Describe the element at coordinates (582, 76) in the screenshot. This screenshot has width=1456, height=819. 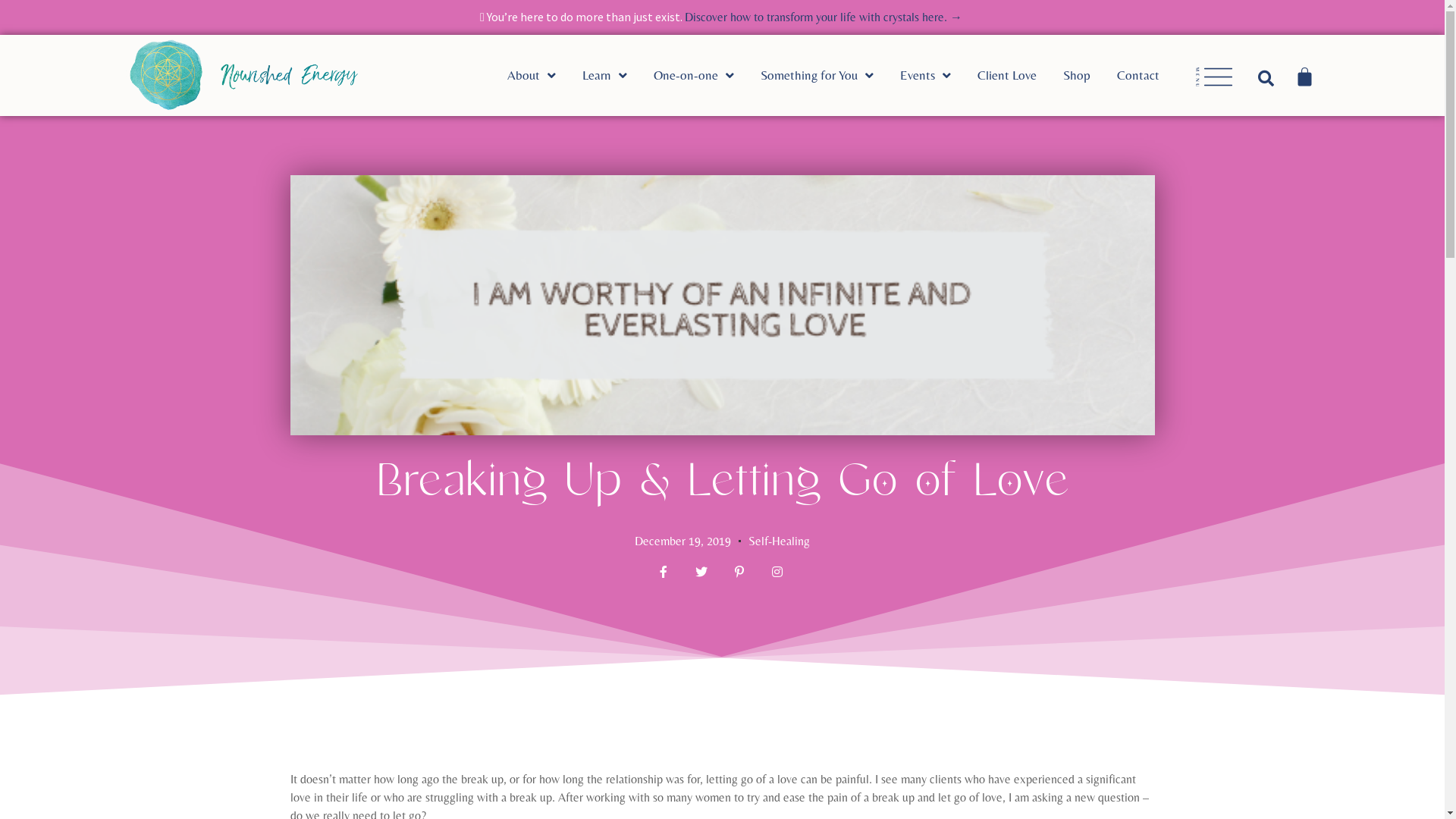
I see `'Learn'` at that location.